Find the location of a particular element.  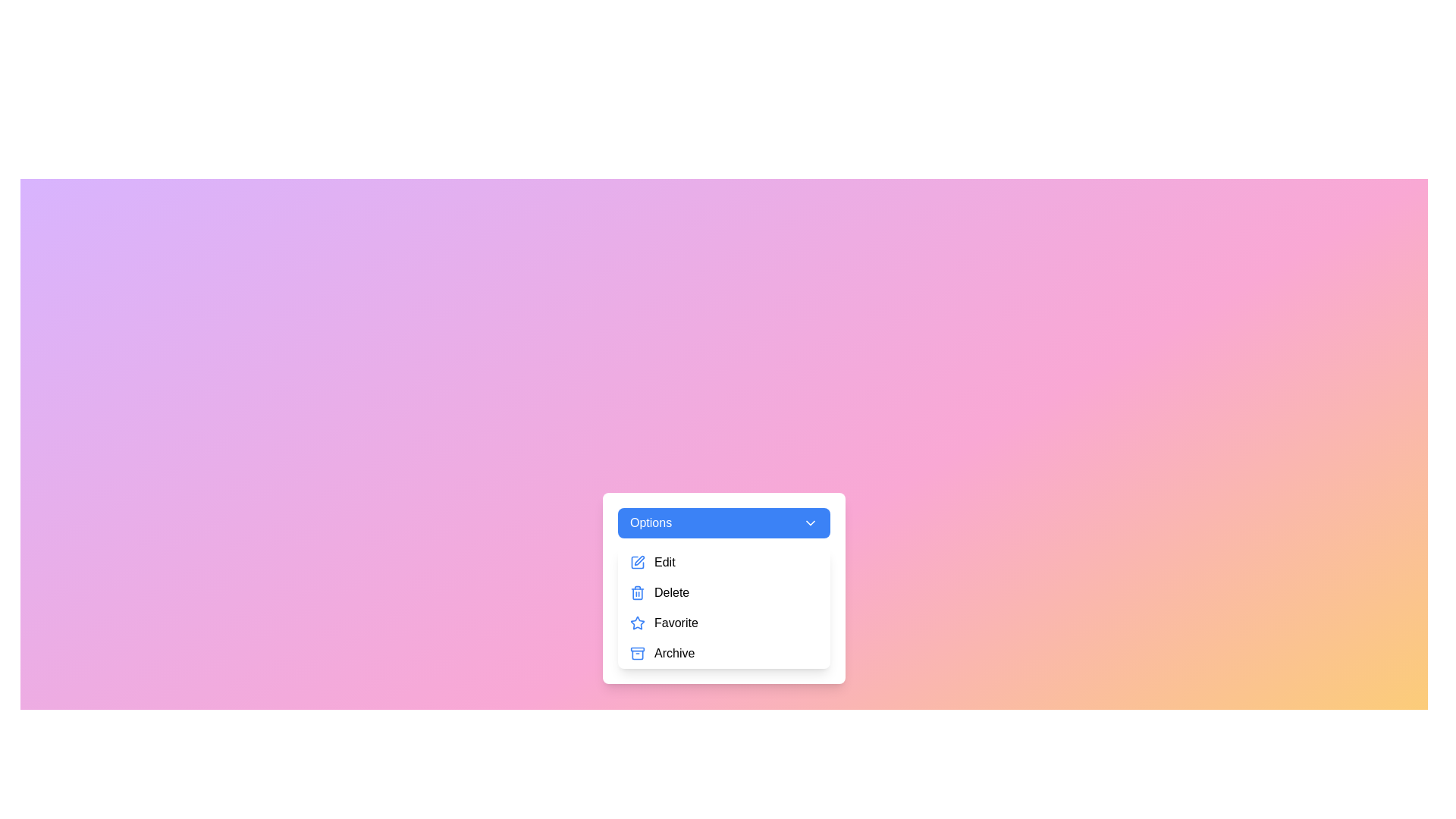

the 'Options' button to toggle the dropdown menu visibility is located at coordinates (723, 522).